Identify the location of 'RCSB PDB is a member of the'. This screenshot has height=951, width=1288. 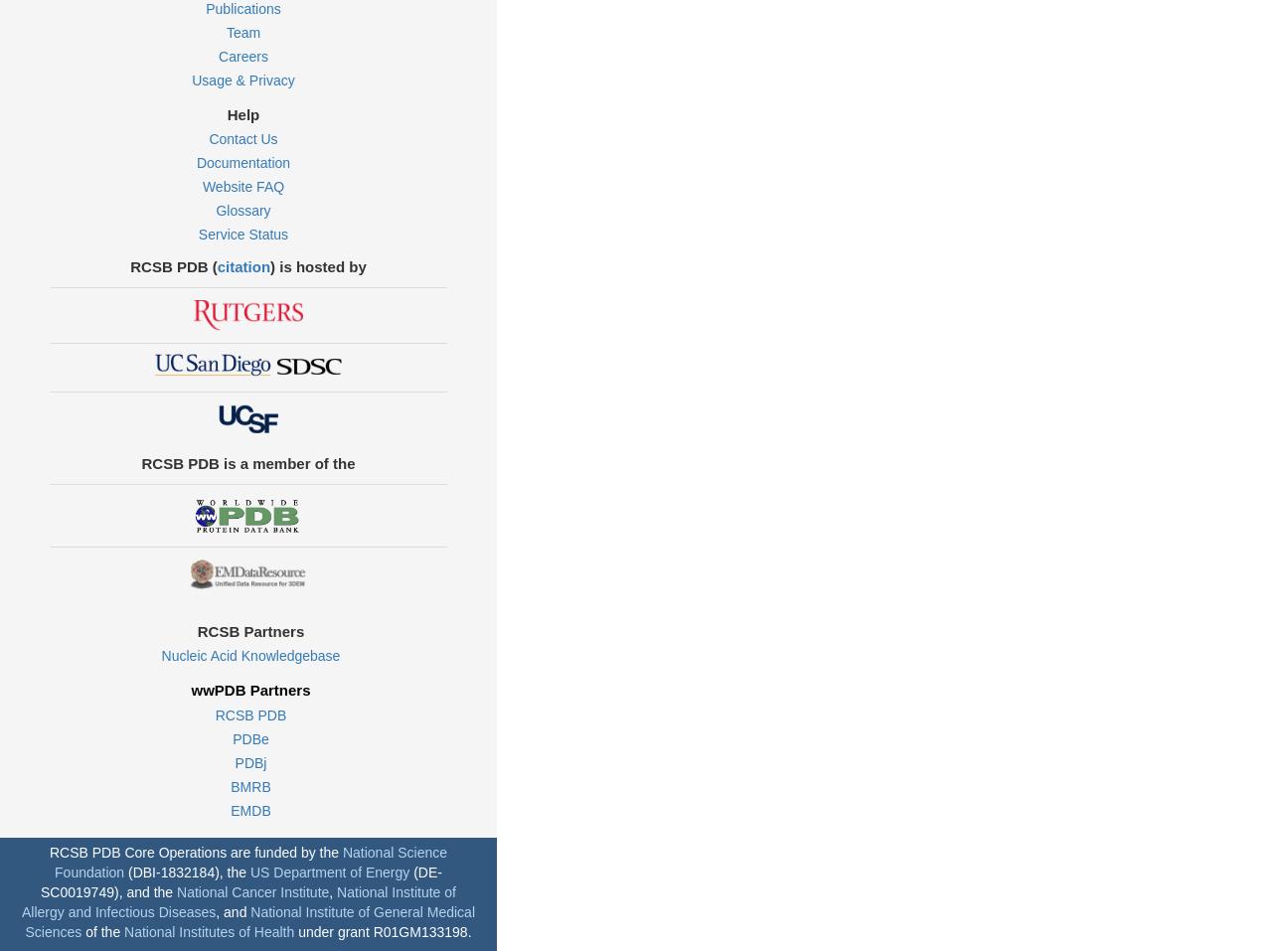
(247, 461).